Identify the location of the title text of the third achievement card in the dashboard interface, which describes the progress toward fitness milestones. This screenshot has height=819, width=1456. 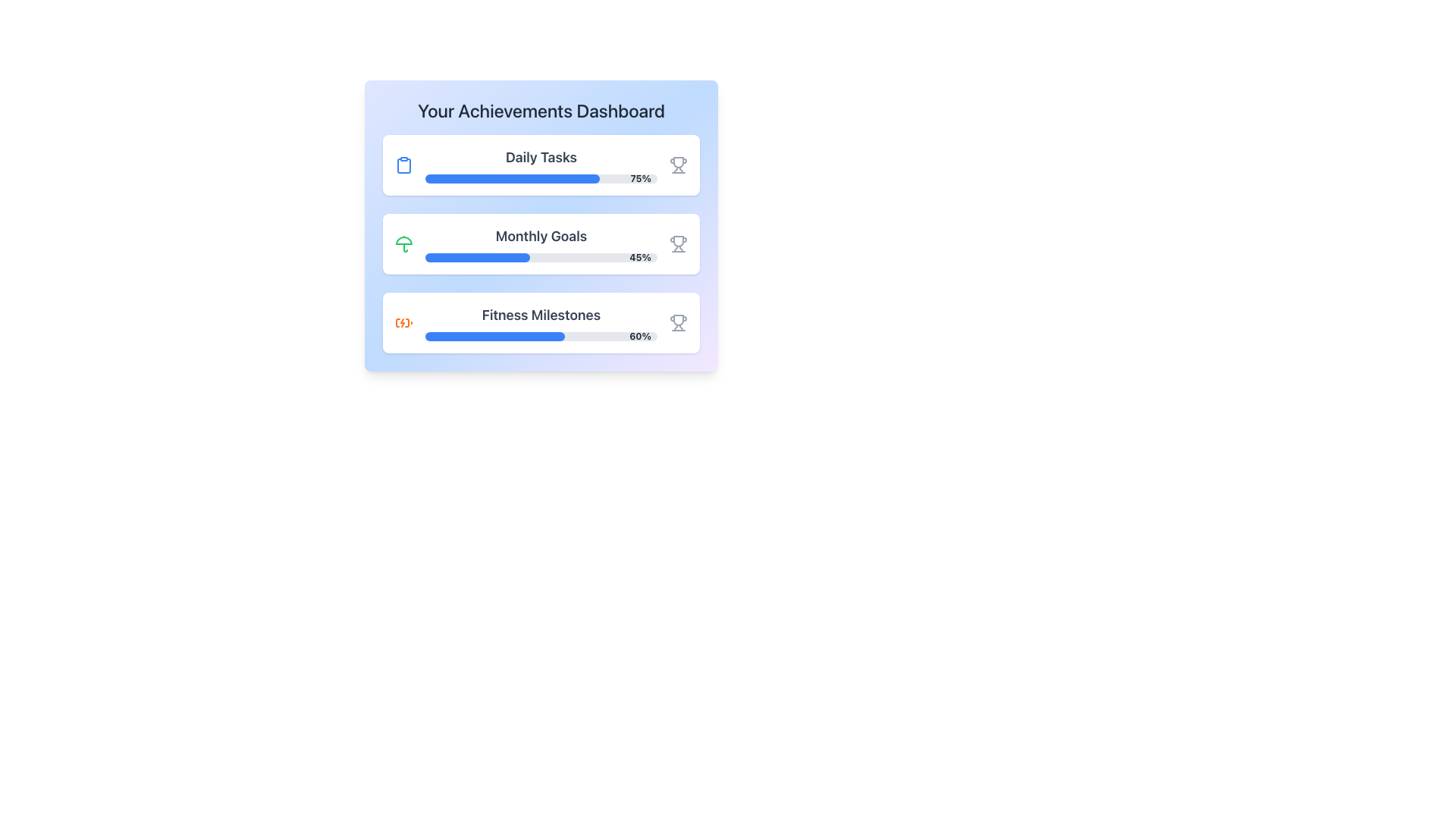
(541, 315).